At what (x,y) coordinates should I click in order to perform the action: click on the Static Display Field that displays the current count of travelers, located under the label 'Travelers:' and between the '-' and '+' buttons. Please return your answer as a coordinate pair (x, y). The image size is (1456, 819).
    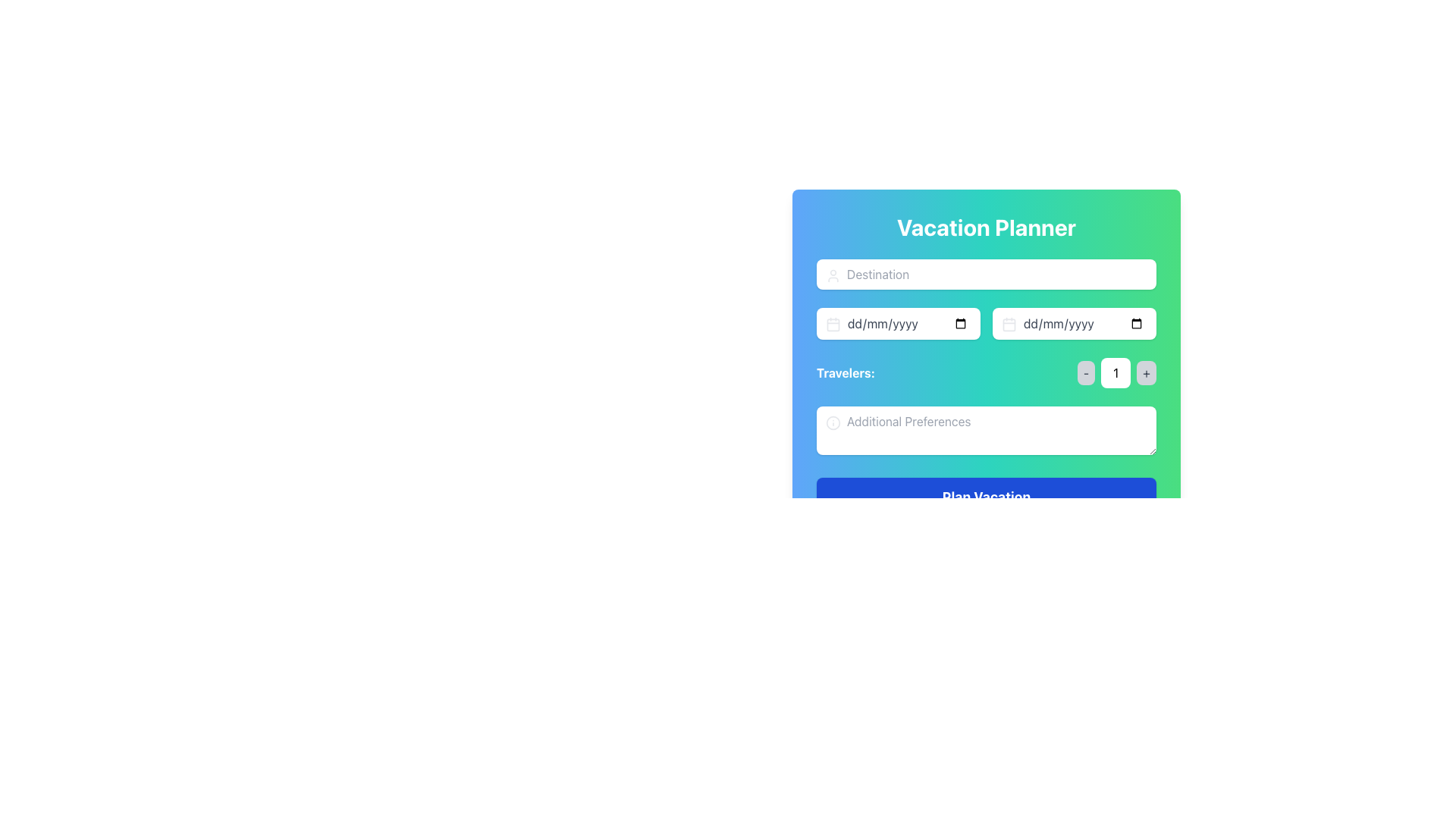
    Looking at the image, I should click on (1116, 373).